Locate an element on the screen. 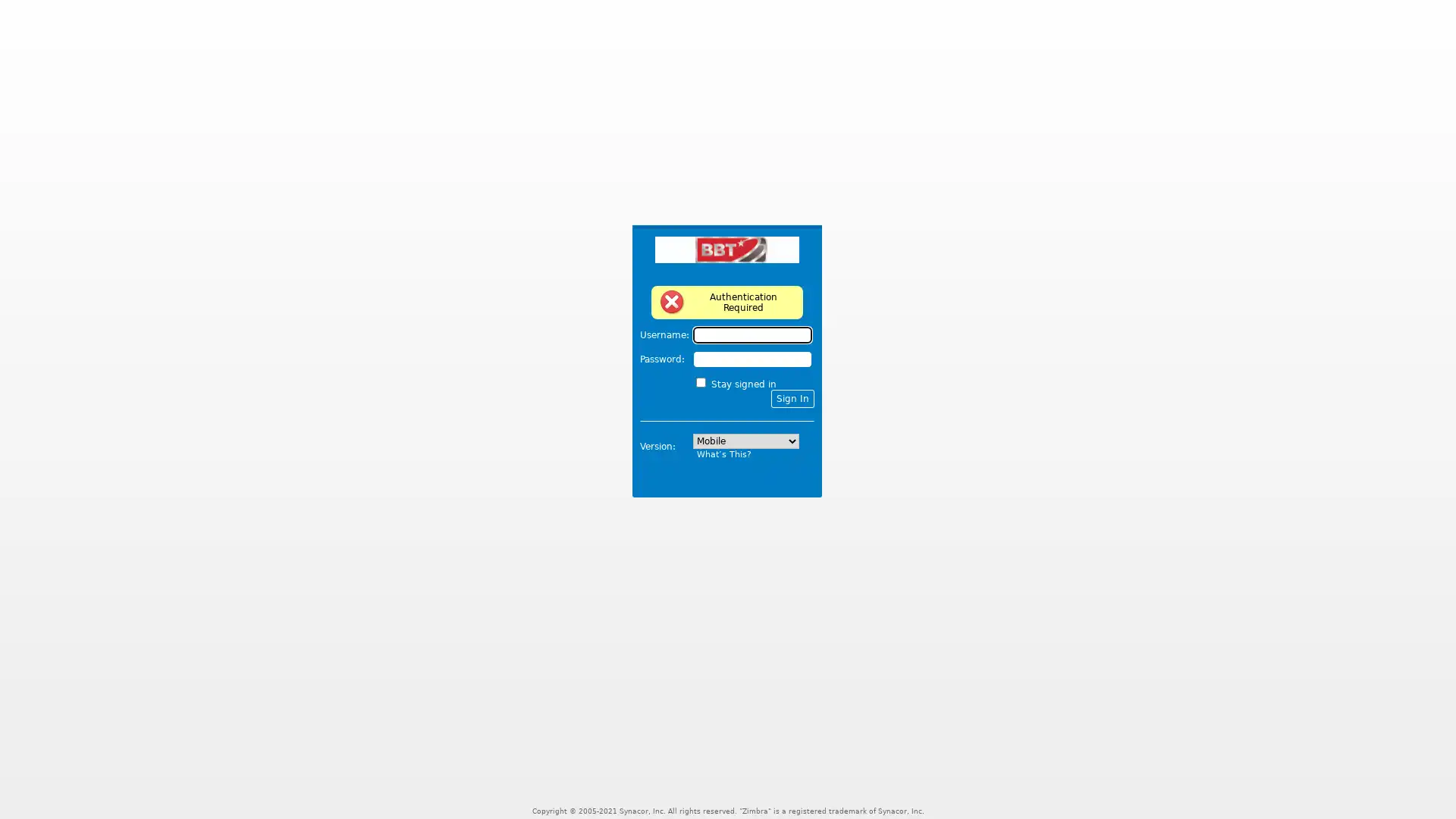 The width and height of the screenshot is (1456, 819). Sign In is located at coordinates (792, 397).